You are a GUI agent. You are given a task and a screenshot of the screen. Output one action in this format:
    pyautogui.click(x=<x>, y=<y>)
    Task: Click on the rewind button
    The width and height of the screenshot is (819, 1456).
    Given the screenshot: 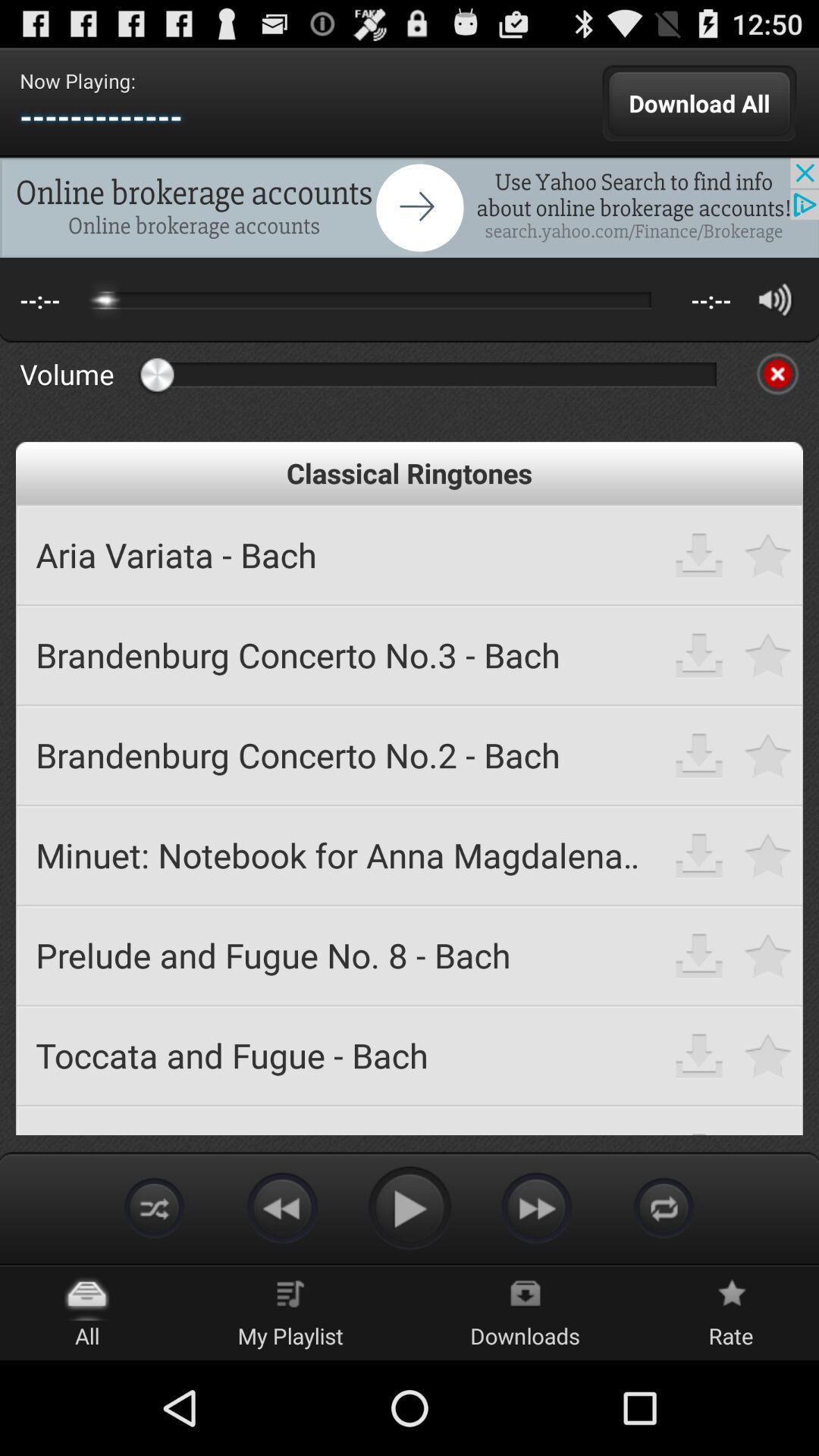 What is the action you would take?
    pyautogui.click(x=281, y=1207)
    